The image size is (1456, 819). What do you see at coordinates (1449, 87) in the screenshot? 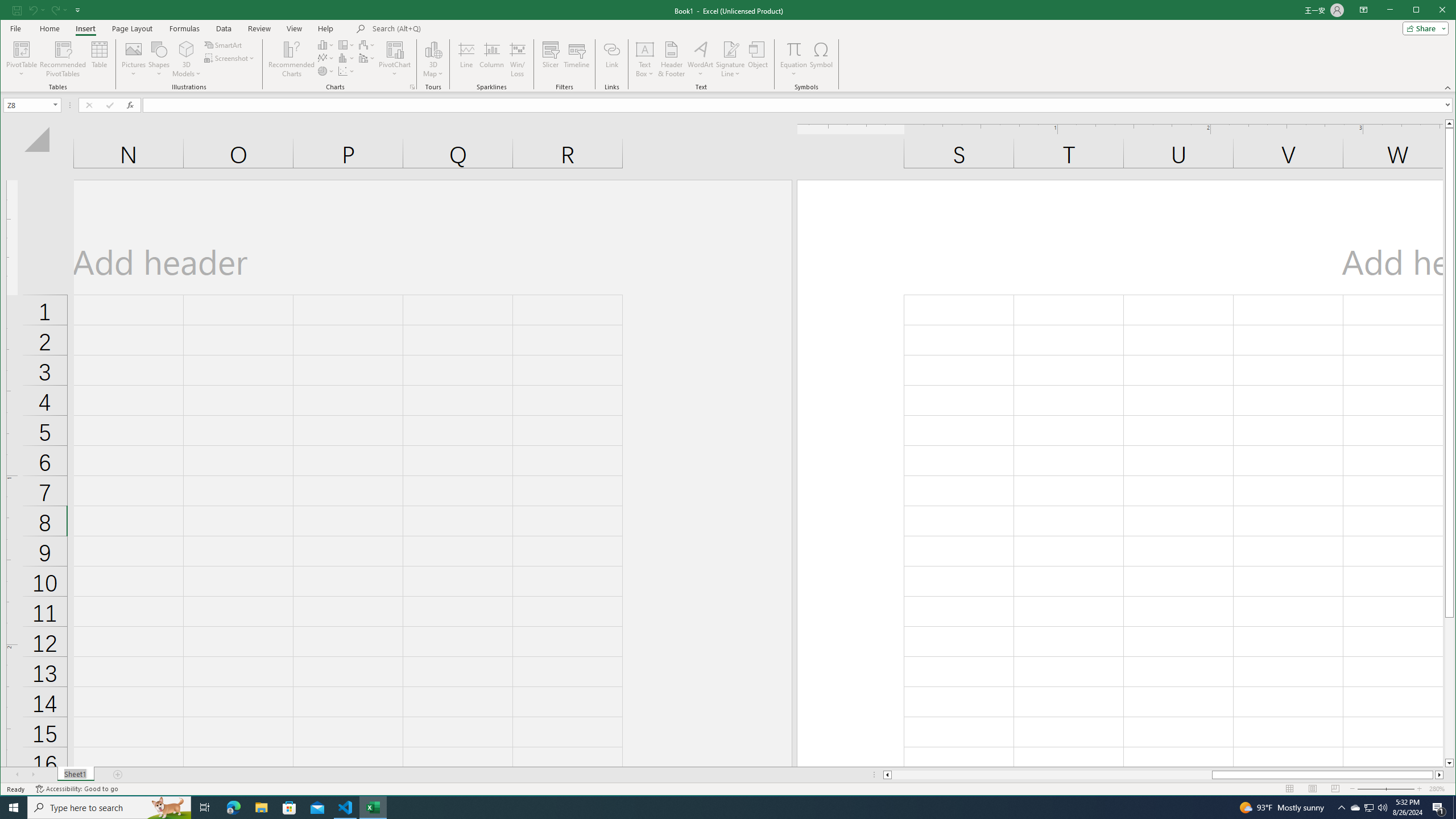
I see `'Collapse the Ribbon'` at bounding box center [1449, 87].